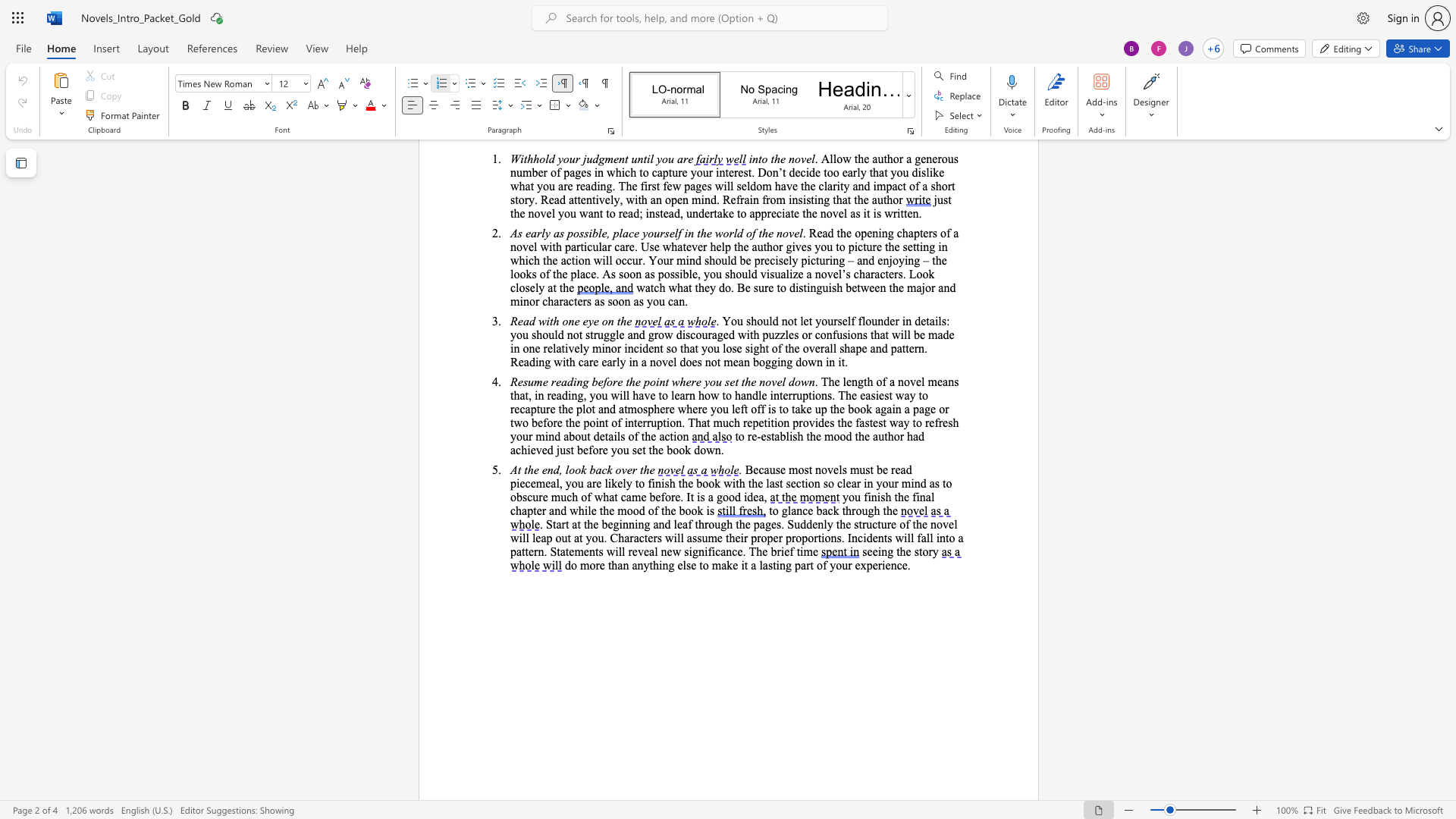 This screenshot has height=819, width=1456. Describe the element at coordinates (855, 497) in the screenshot. I see `the space between the continuous character "o" and "u" in the text` at that location.